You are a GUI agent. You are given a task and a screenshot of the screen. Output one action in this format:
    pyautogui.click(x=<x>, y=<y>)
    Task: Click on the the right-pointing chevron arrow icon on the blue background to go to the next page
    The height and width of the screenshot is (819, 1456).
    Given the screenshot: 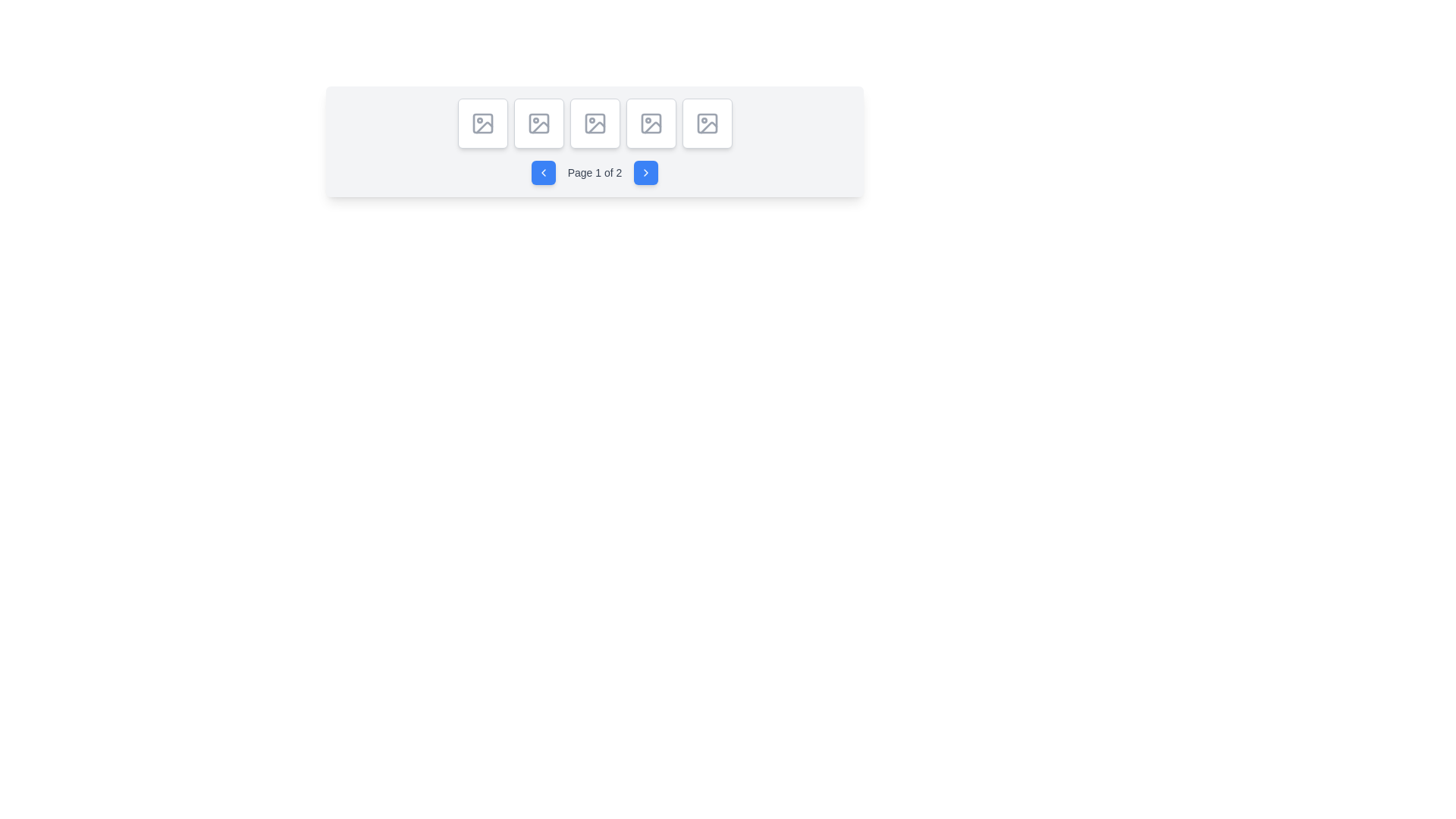 What is the action you would take?
    pyautogui.click(x=646, y=171)
    